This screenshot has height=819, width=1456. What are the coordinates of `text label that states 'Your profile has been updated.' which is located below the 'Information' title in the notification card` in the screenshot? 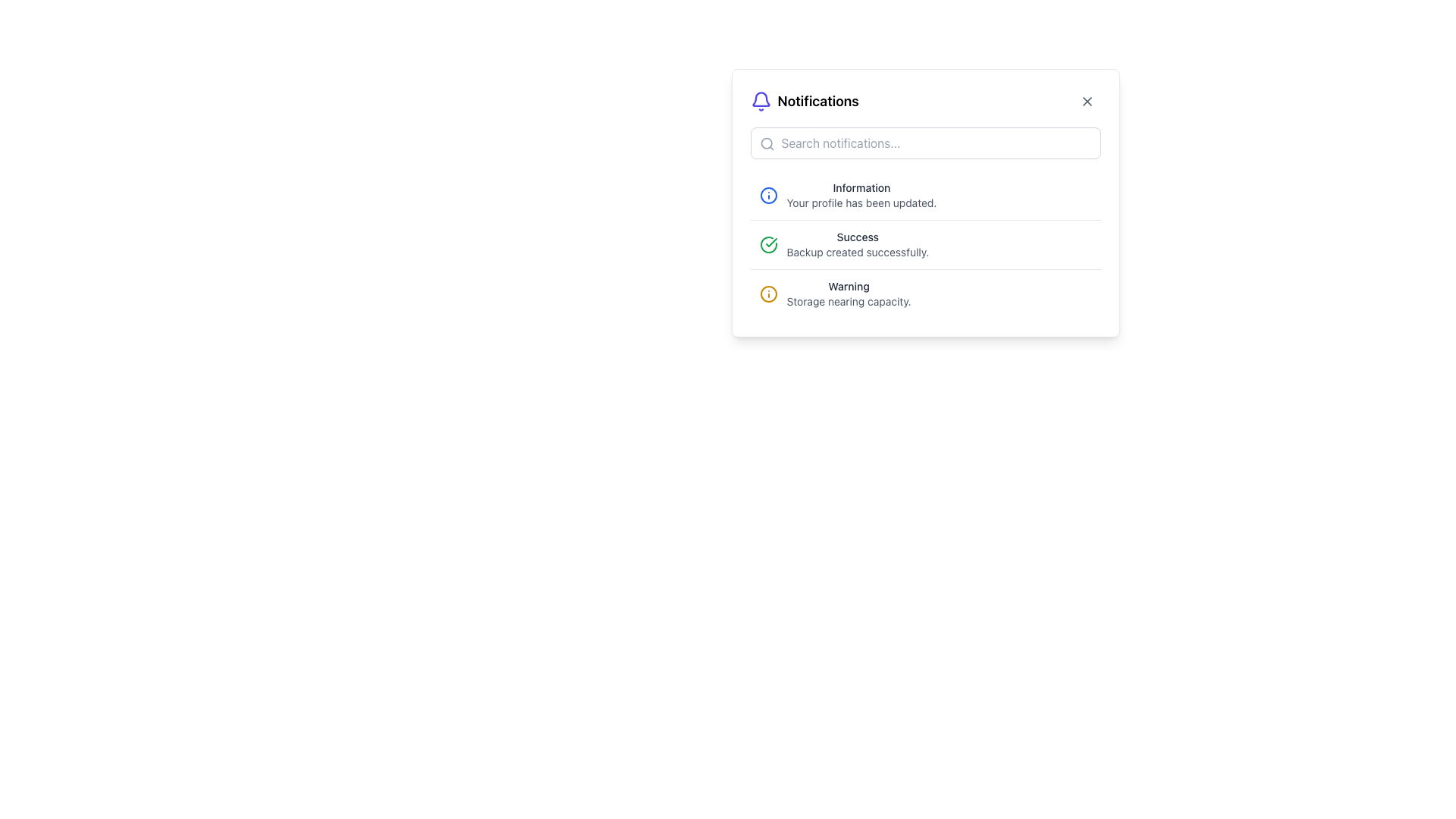 It's located at (861, 202).